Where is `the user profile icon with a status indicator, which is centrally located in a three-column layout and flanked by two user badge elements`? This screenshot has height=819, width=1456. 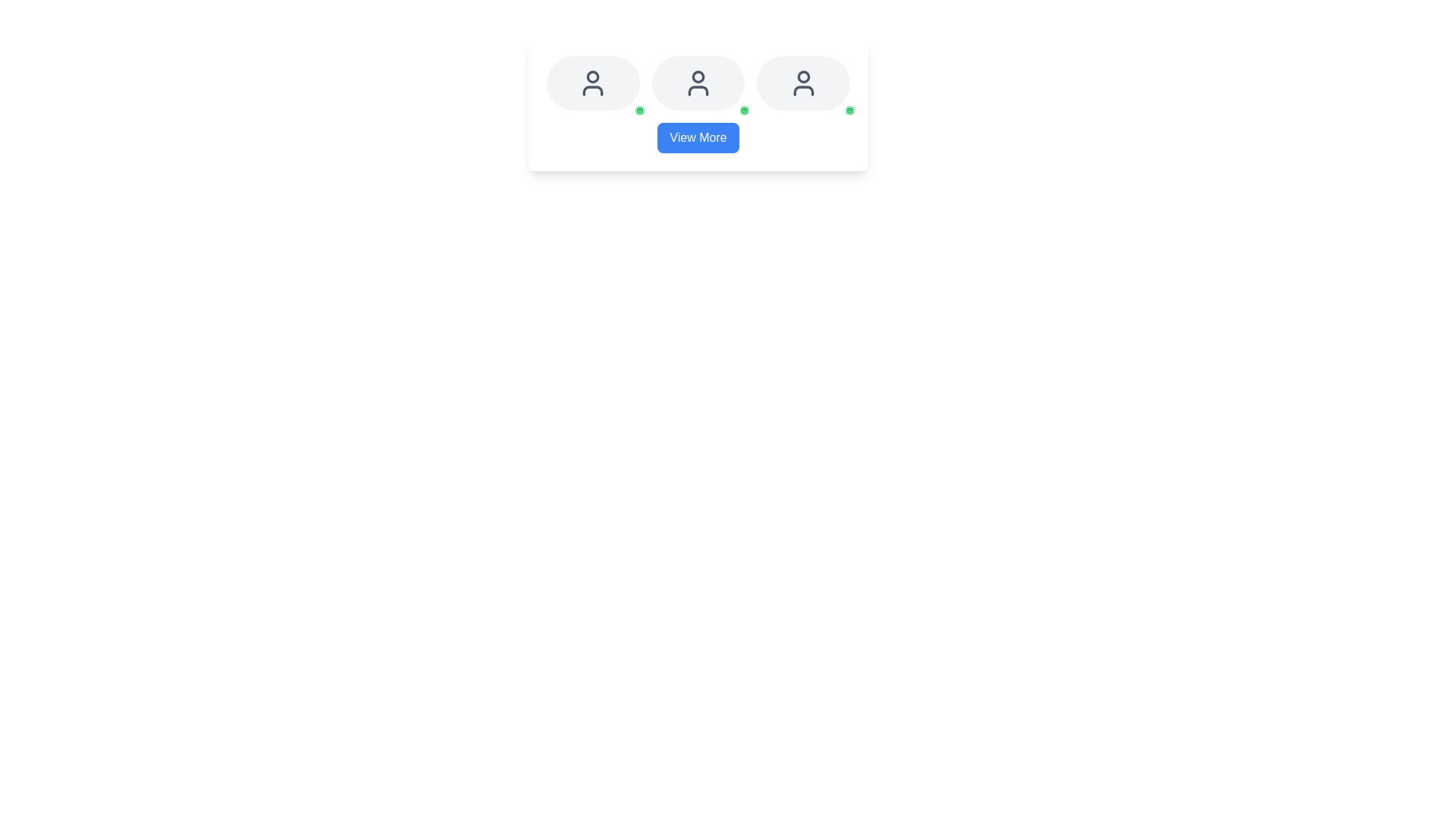
the user profile icon with a status indicator, which is centrally located in a three-column layout and flanked by two user badge elements is located at coordinates (698, 83).